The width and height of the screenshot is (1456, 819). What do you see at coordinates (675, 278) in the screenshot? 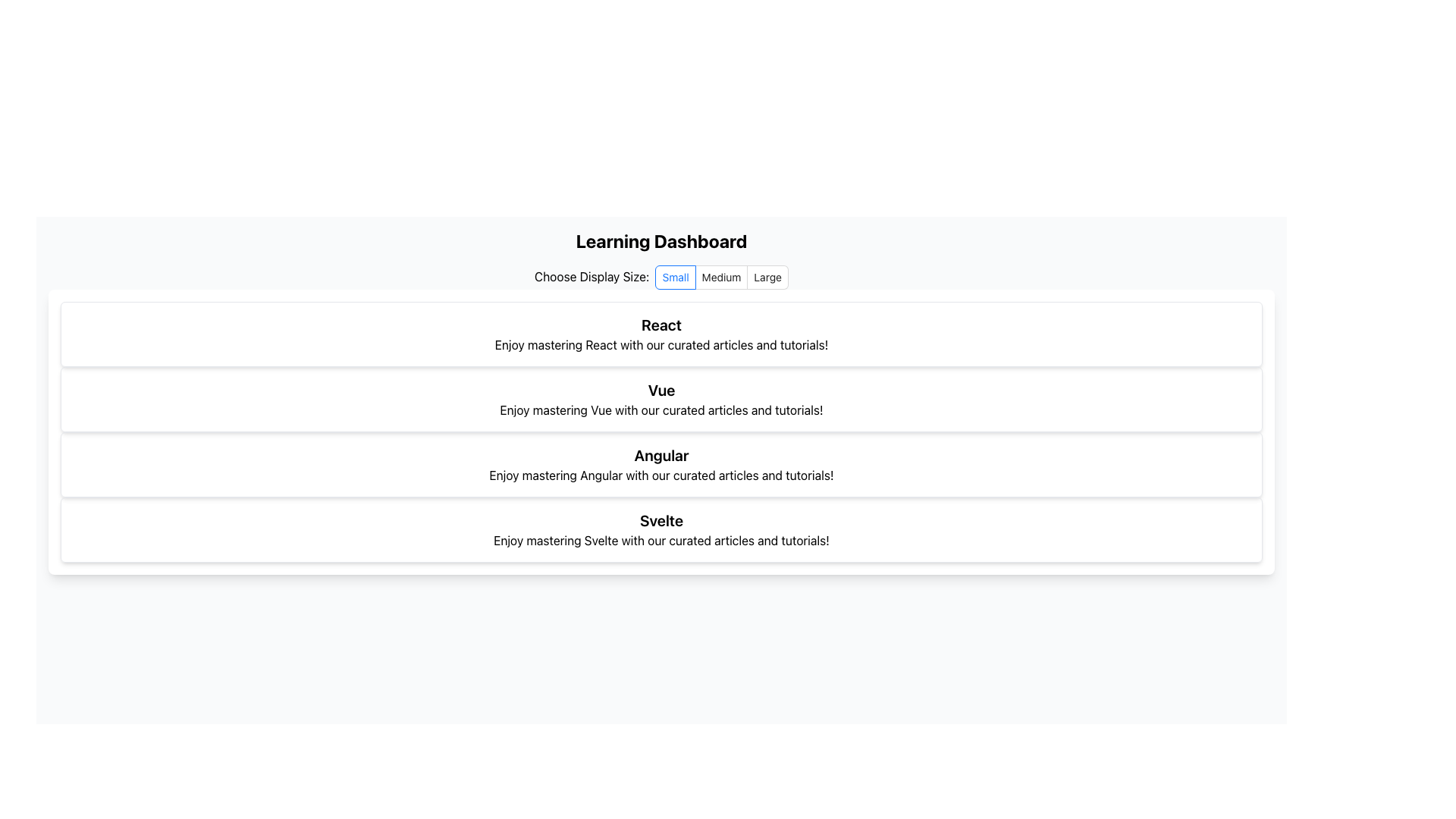
I see `the 'Small' display size radio button` at bounding box center [675, 278].